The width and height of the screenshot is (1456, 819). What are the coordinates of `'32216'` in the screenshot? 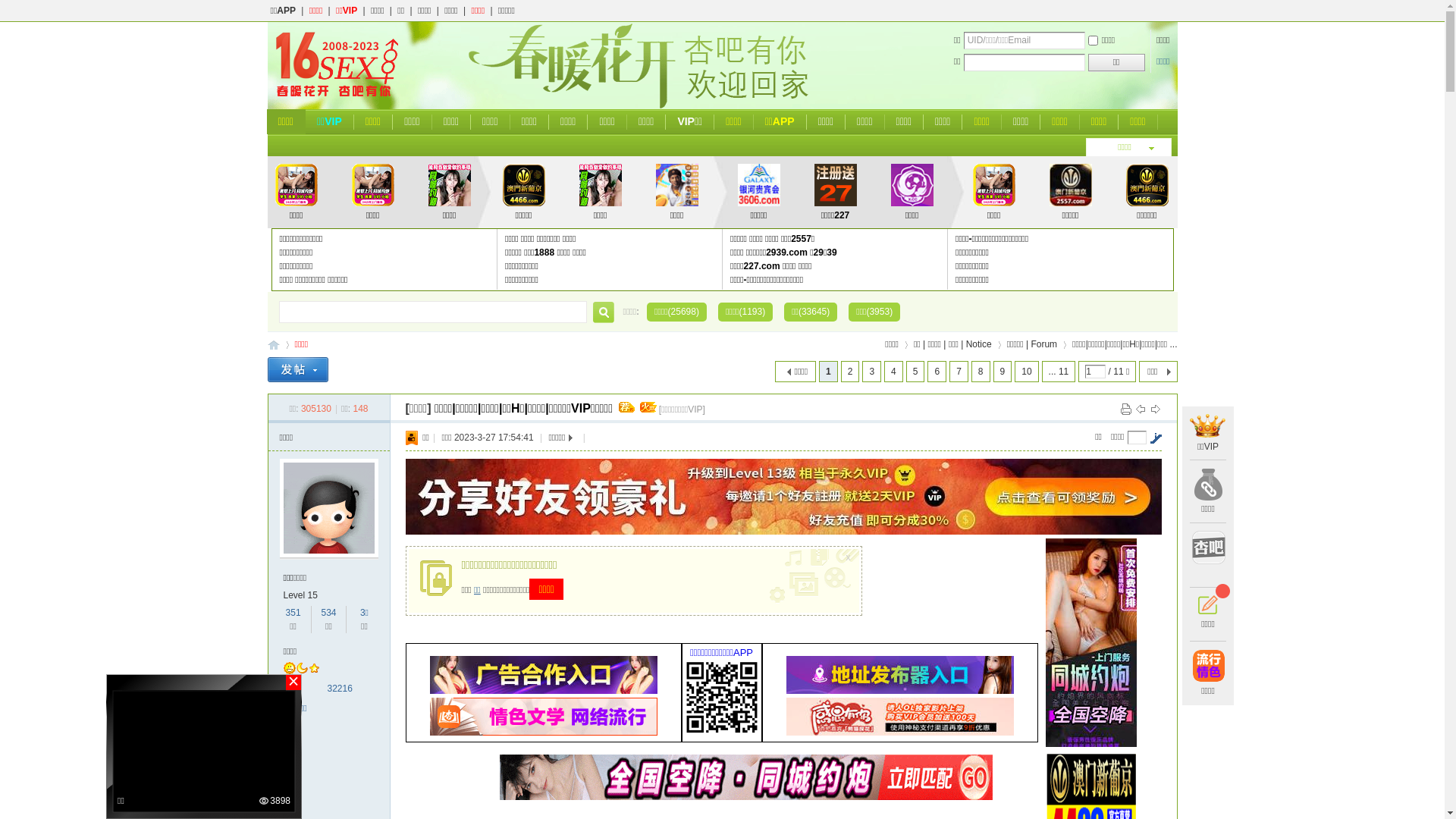 It's located at (339, 688).